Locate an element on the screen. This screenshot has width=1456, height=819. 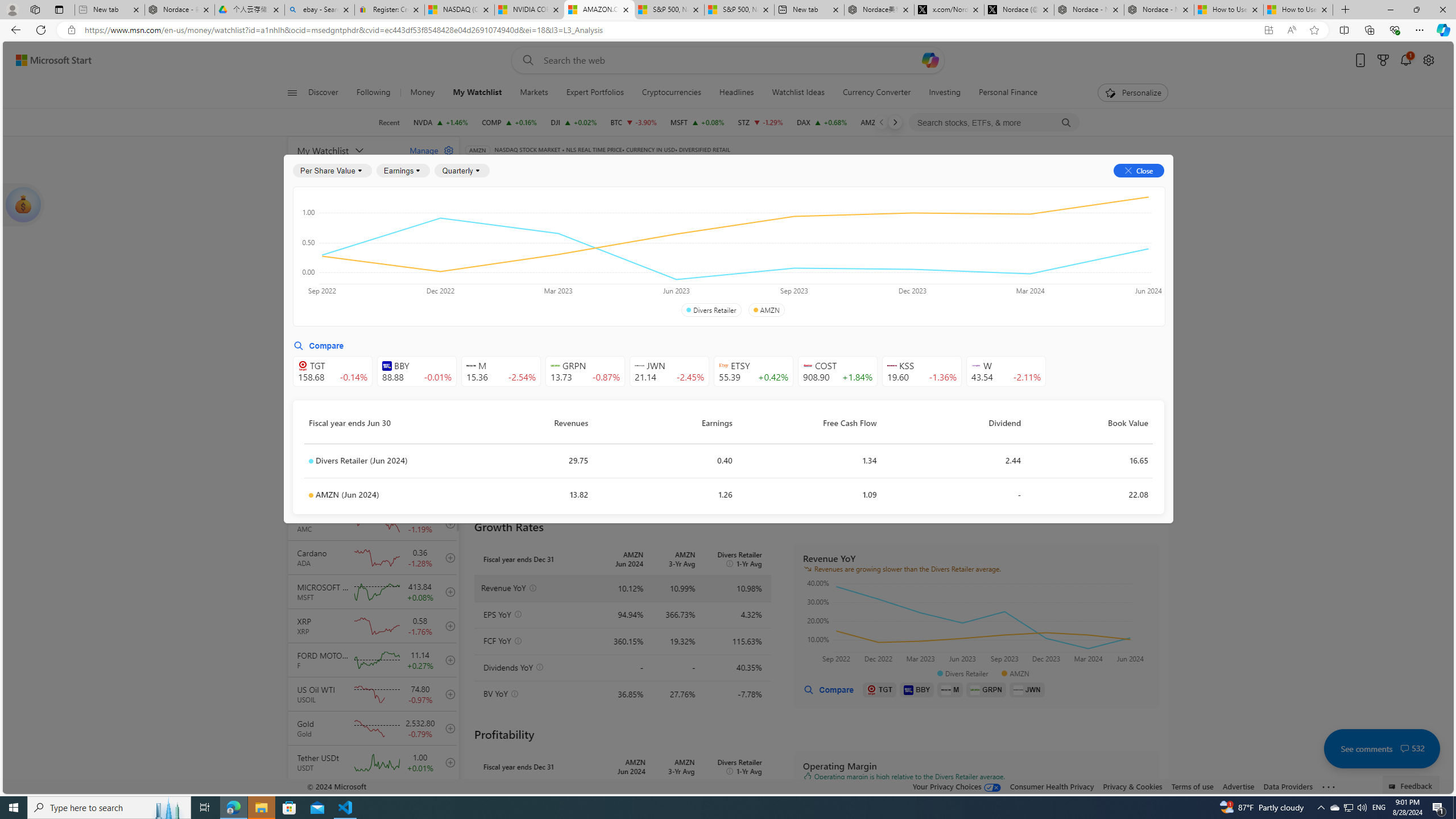
'Class: cwt-icon-vector' is located at coordinates (1405, 748).